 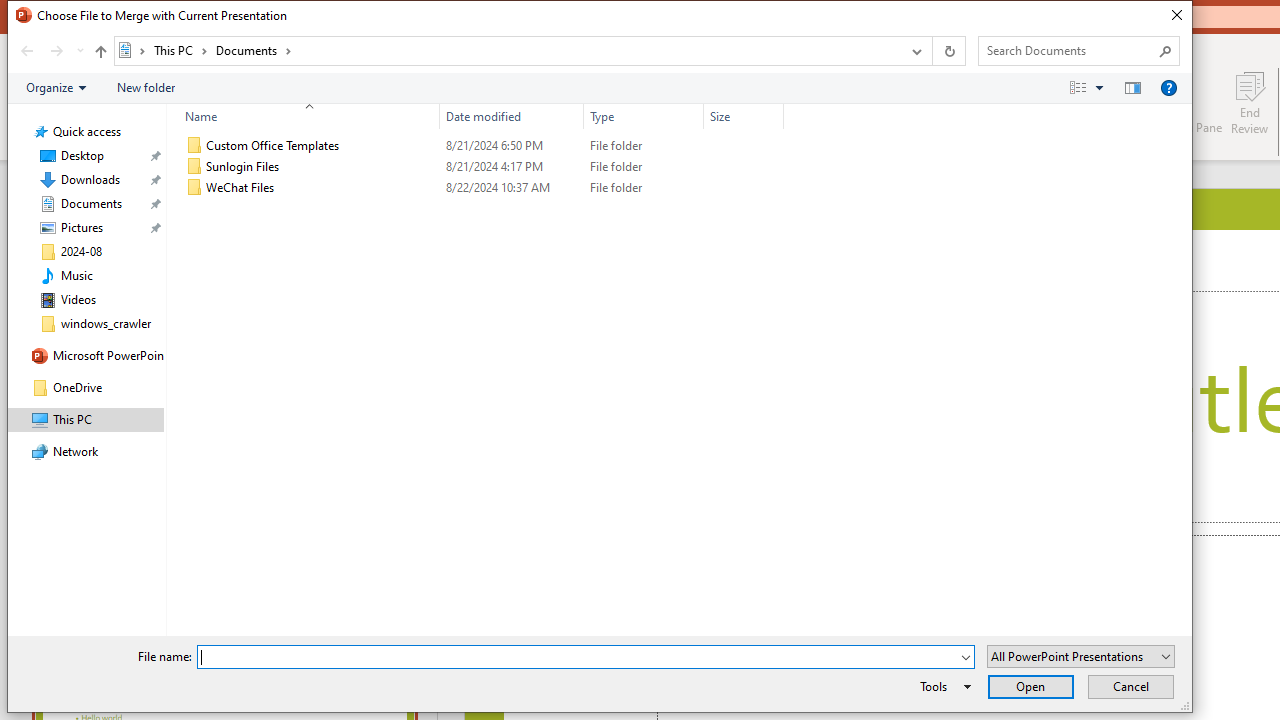 What do you see at coordinates (144, 86) in the screenshot?
I see `'New folder'` at bounding box center [144, 86].